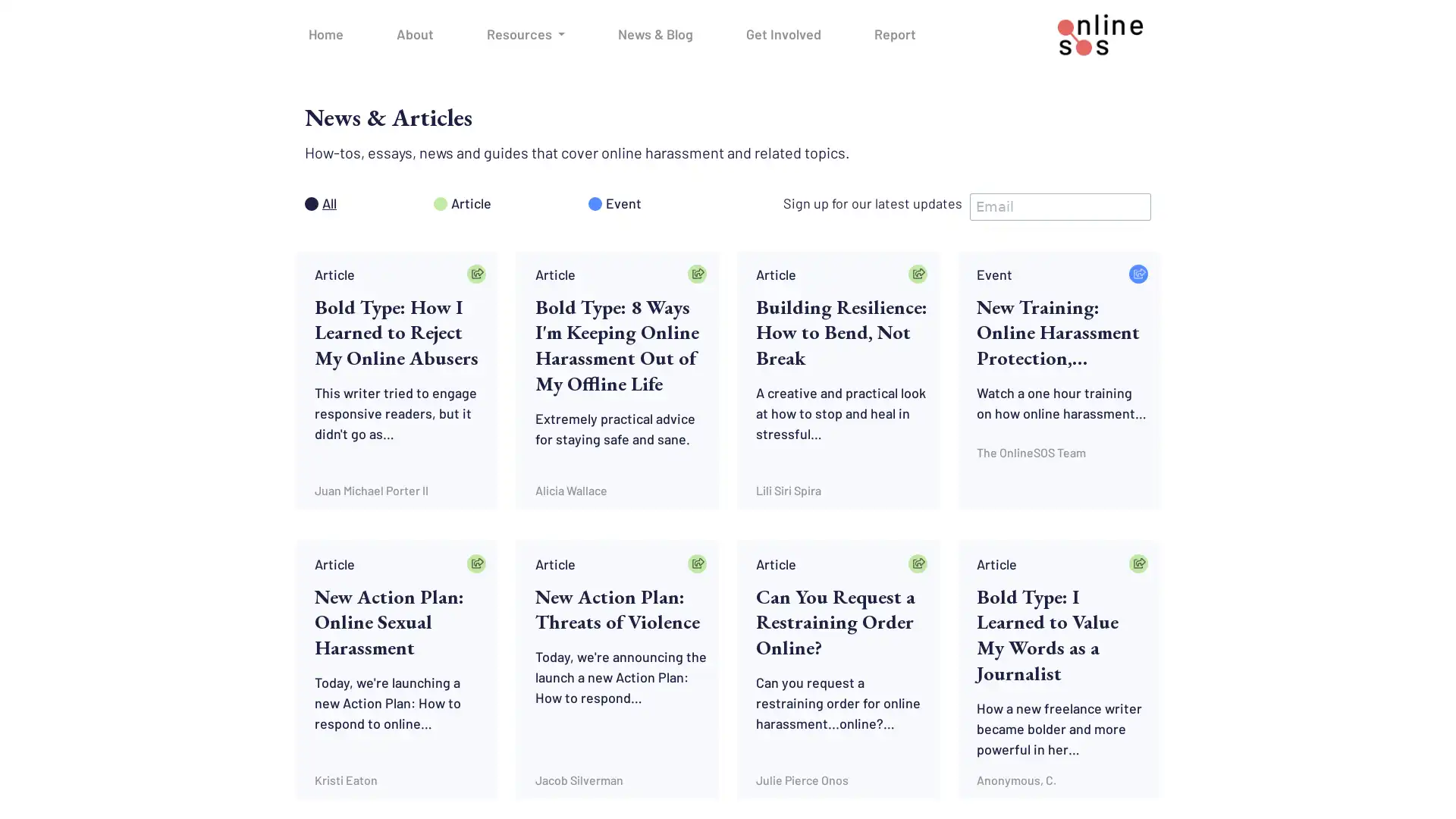 This screenshot has height=819, width=1456. Describe the element at coordinates (525, 33) in the screenshot. I see `Resources` at that location.